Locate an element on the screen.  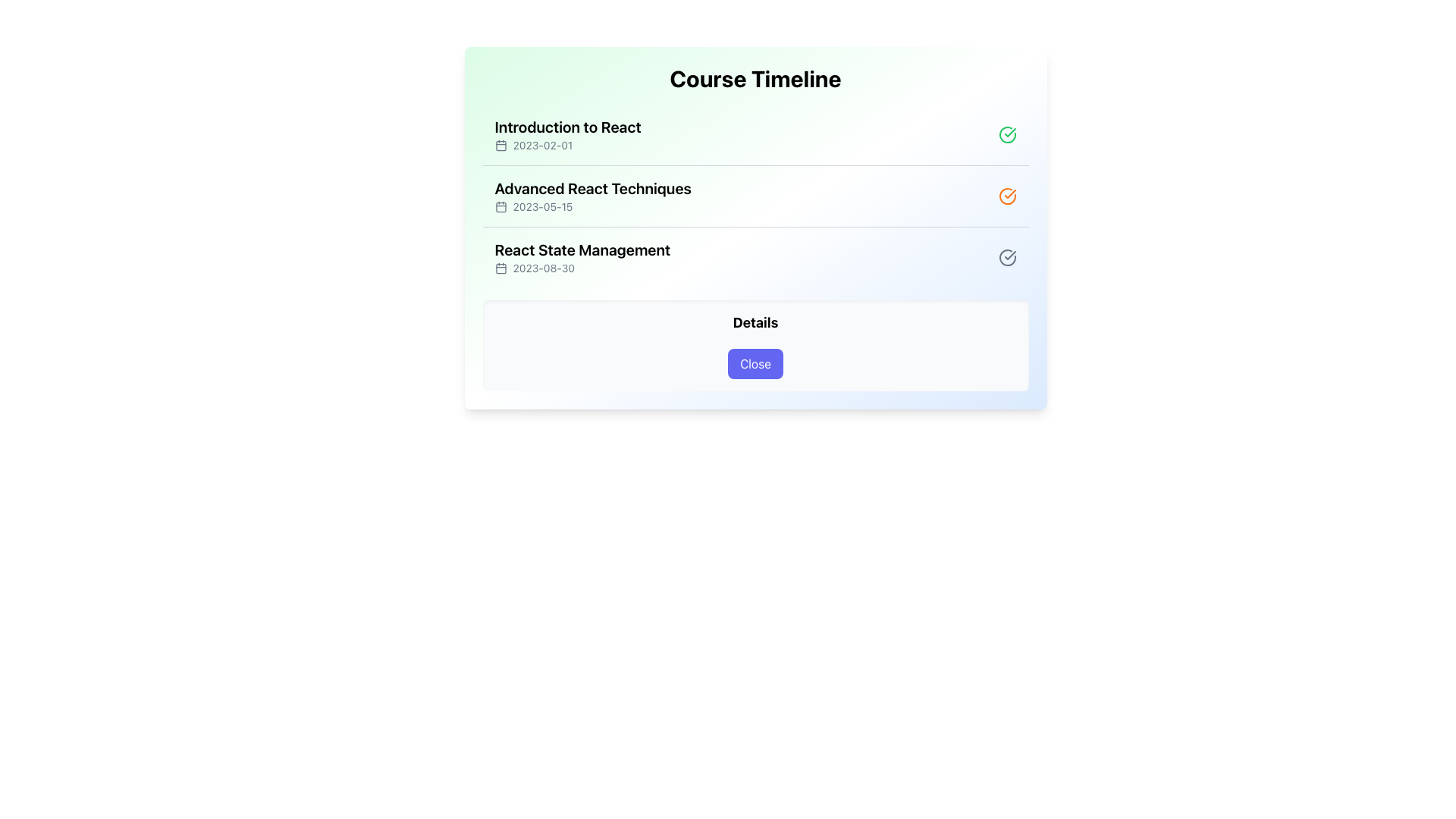
the calendar icon located to the left of the text '2023-08-30', which serves as a visual indicator for date-related functionality is located at coordinates (500, 268).